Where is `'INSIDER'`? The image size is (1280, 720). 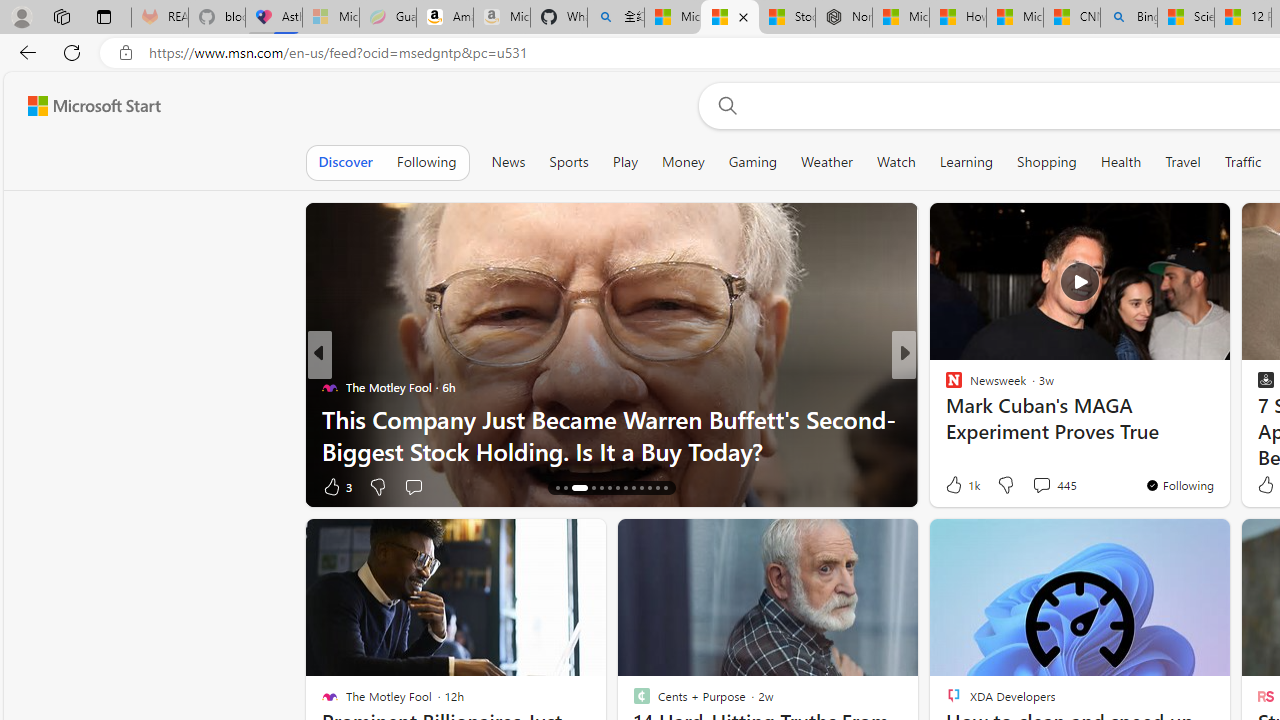 'INSIDER' is located at coordinates (944, 387).